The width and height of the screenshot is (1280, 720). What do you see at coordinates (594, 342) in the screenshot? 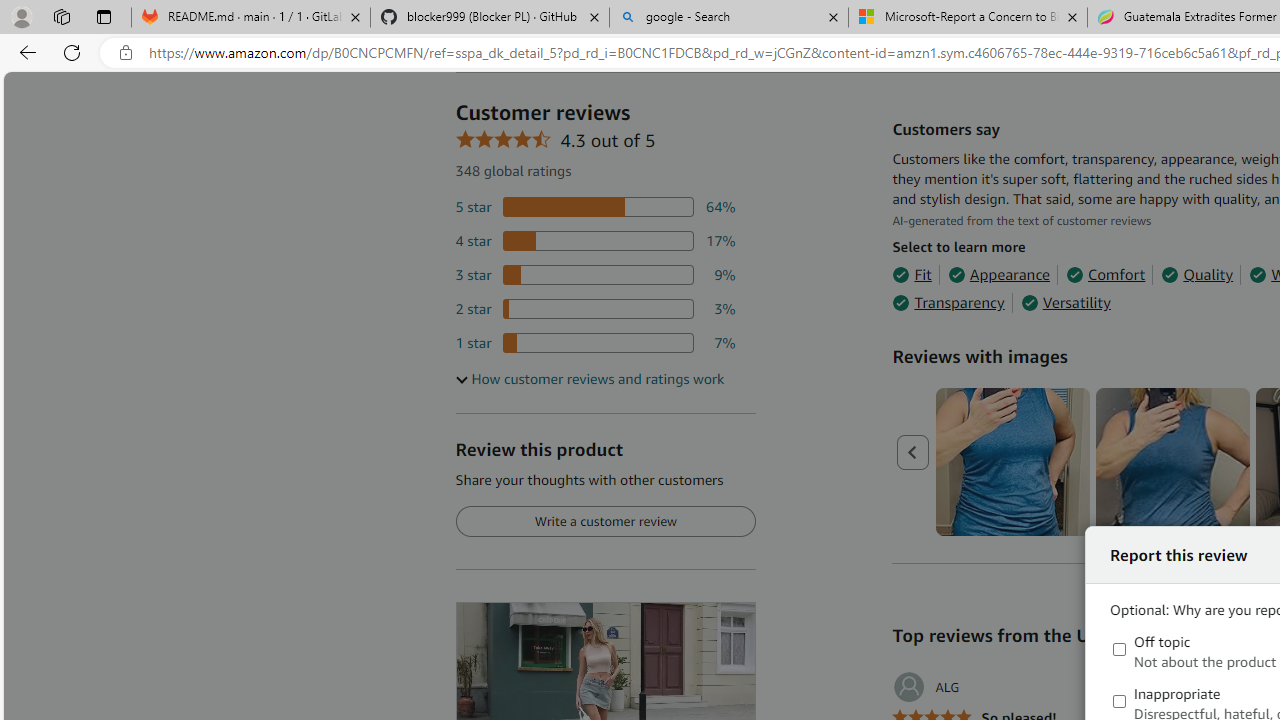
I see `'7 percent of reviews have 1 stars'` at bounding box center [594, 342].